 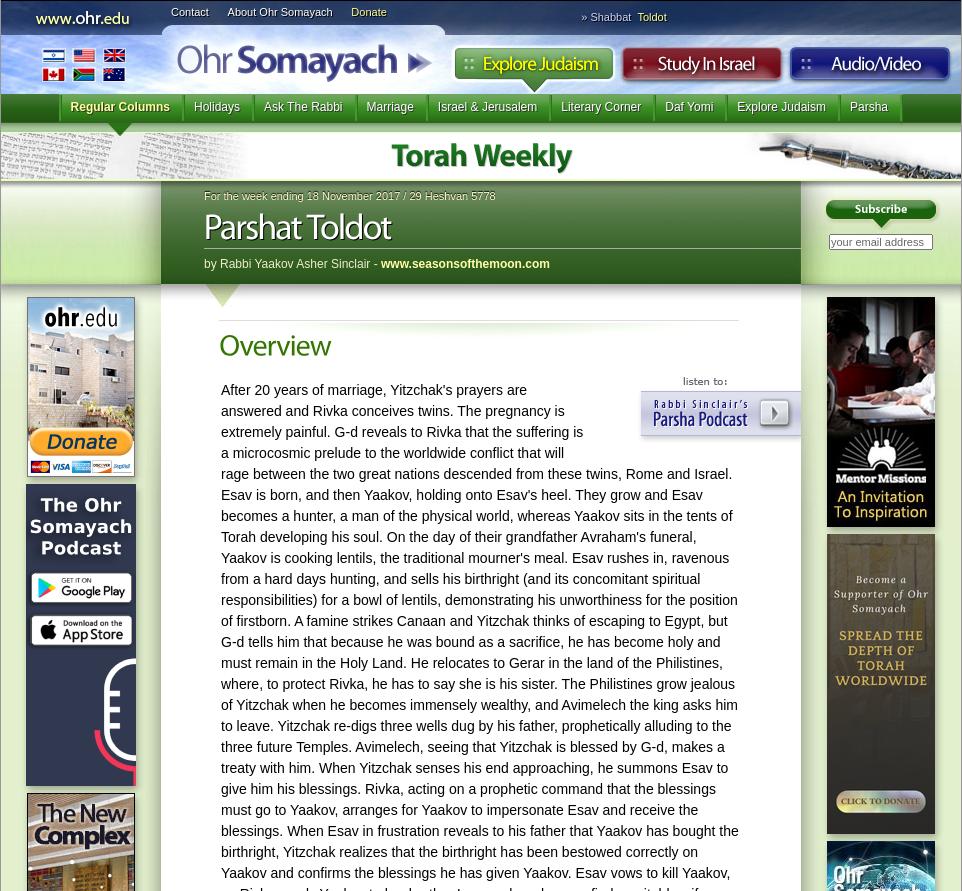 I want to click on 'Literary Corner', so click(x=599, y=106).